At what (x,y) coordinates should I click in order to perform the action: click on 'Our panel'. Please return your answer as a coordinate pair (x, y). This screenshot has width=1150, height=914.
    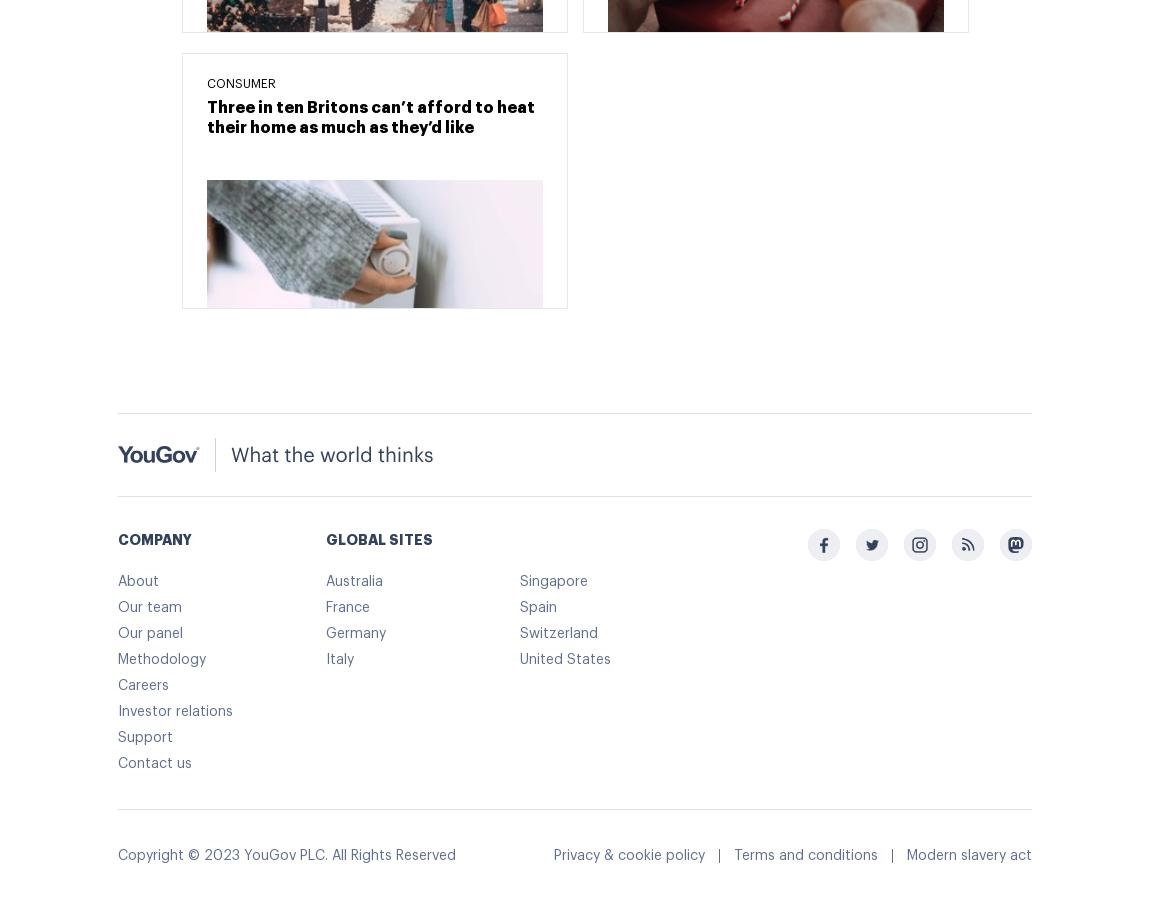
    Looking at the image, I should click on (149, 633).